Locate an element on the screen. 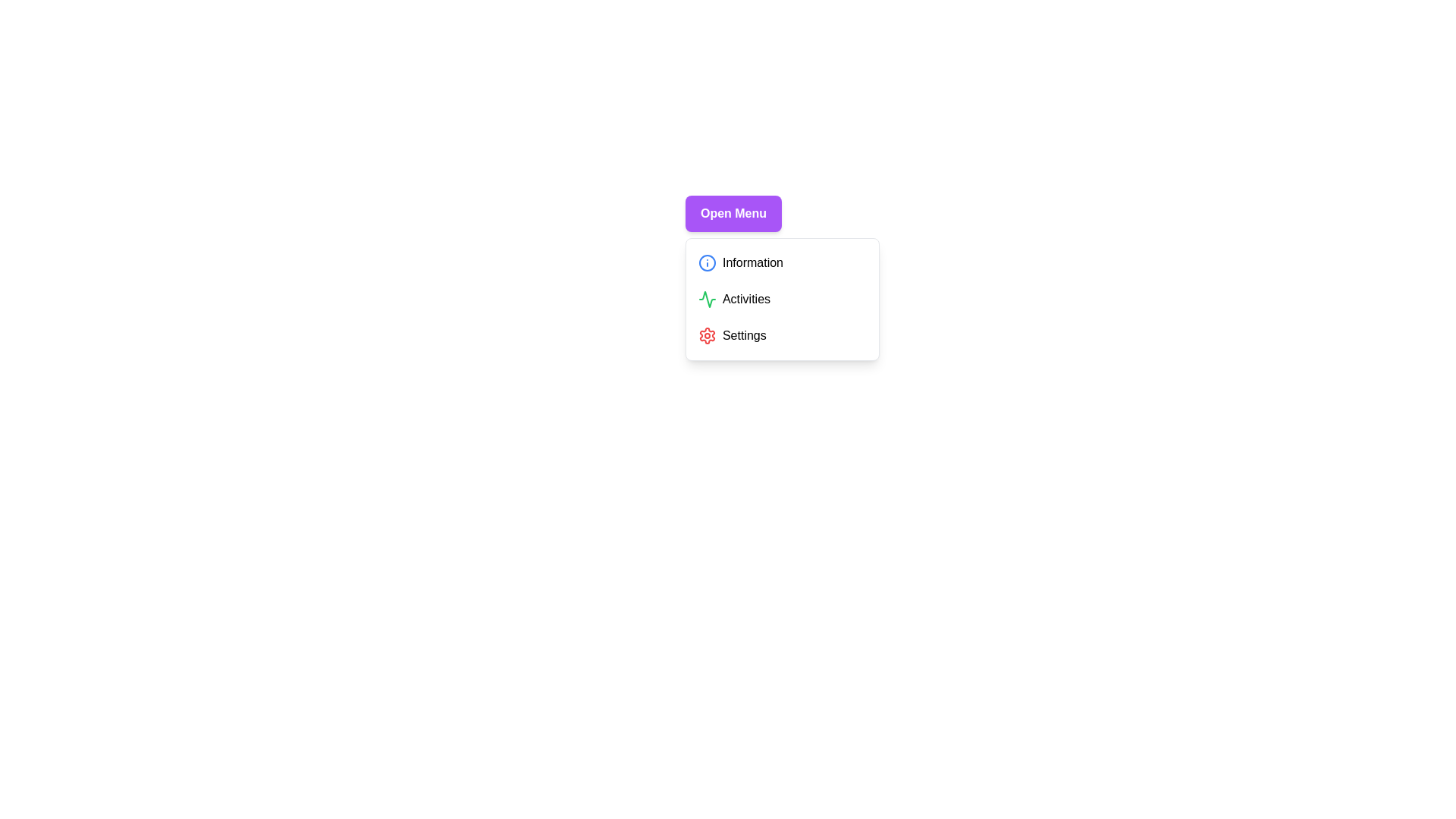 The width and height of the screenshot is (1456, 819). the menu item Activities is located at coordinates (783, 299).